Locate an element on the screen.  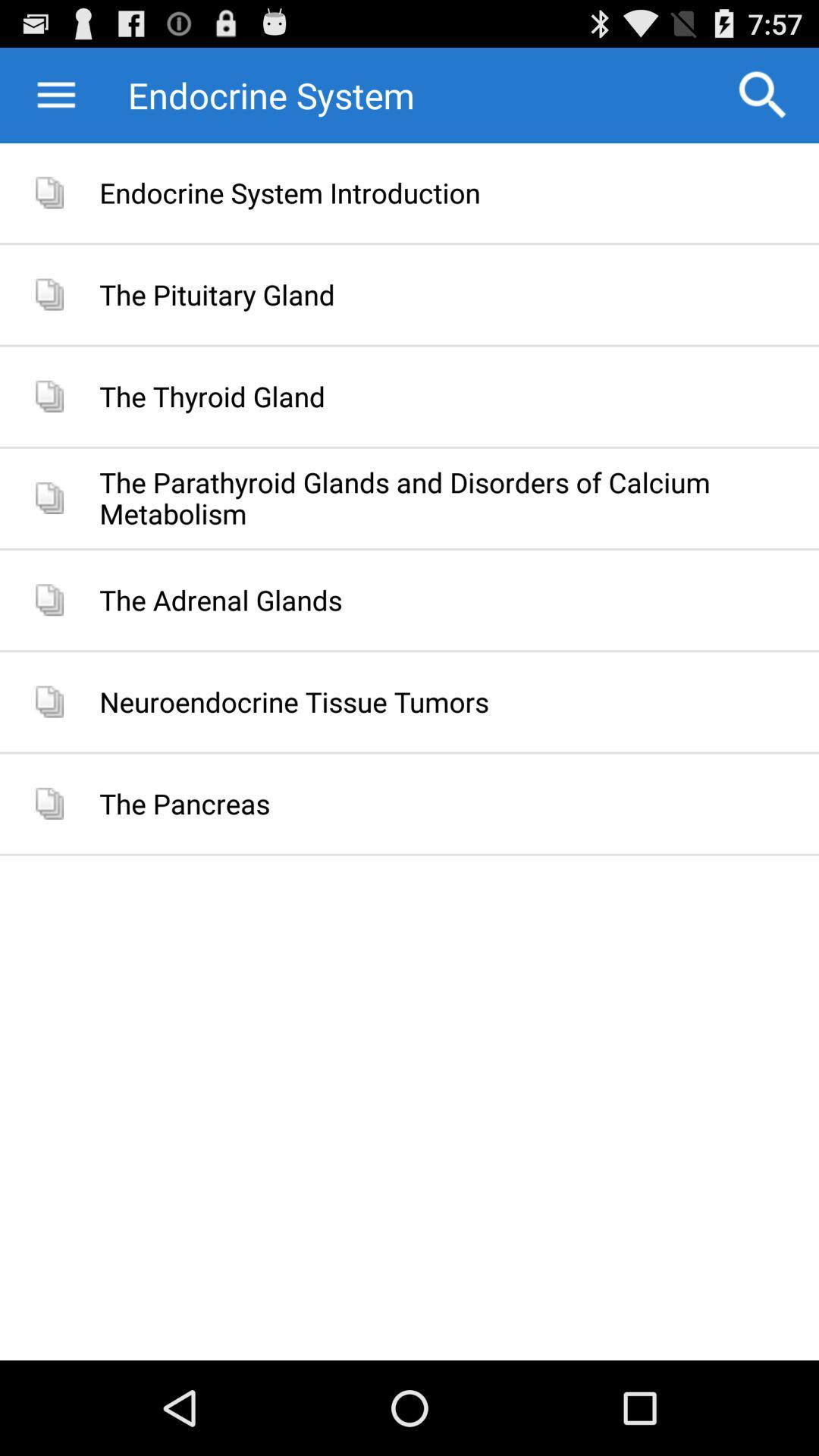
the last icon is located at coordinates (49, 803).